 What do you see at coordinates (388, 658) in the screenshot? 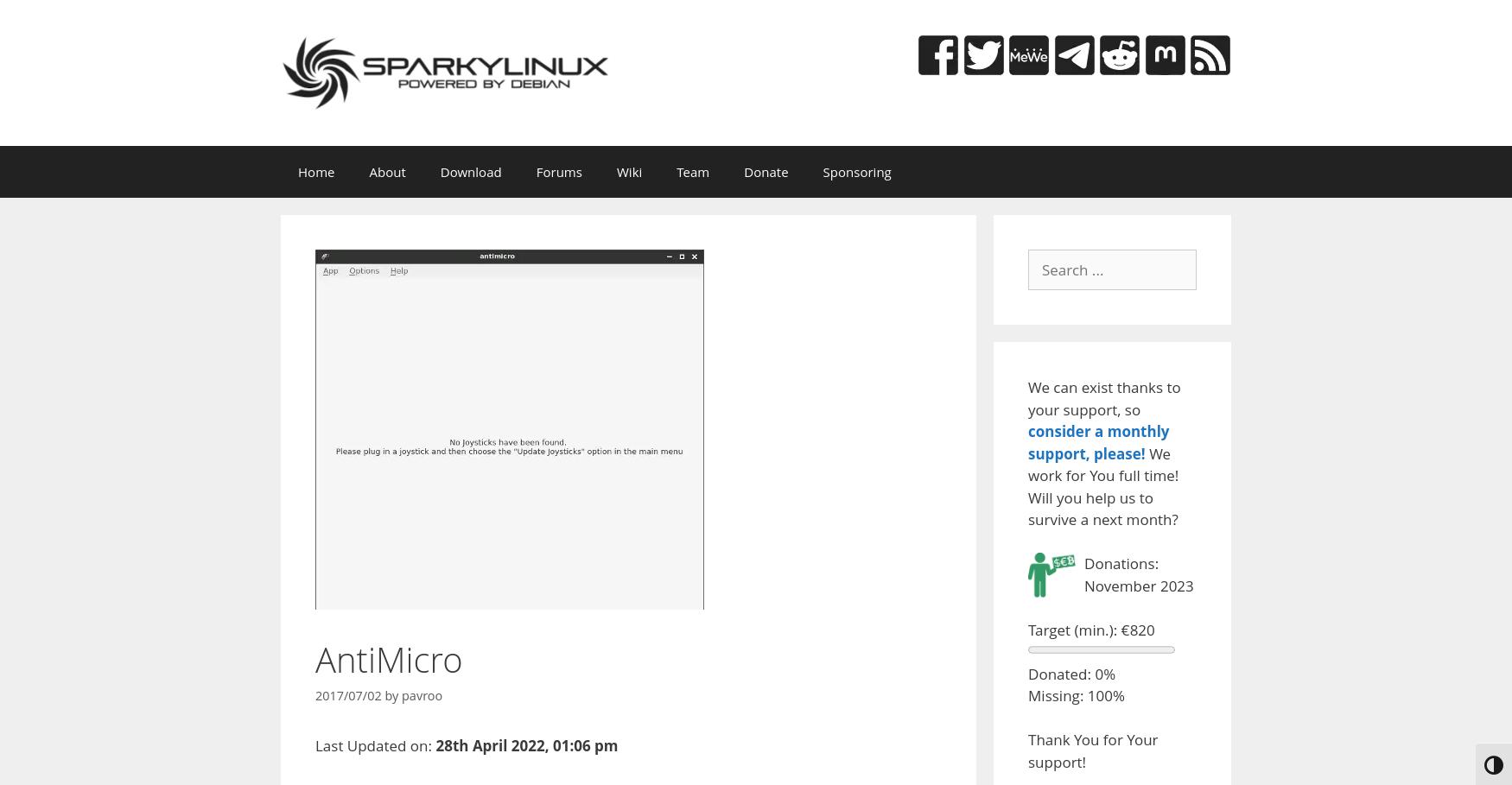
I see `'AntiMicro'` at bounding box center [388, 658].